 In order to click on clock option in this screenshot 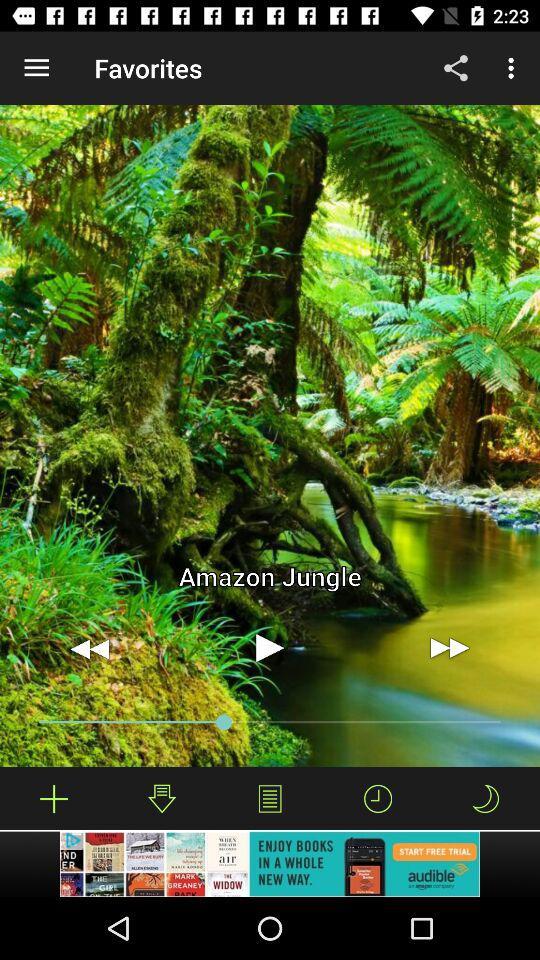, I will do `click(378, 798)`.